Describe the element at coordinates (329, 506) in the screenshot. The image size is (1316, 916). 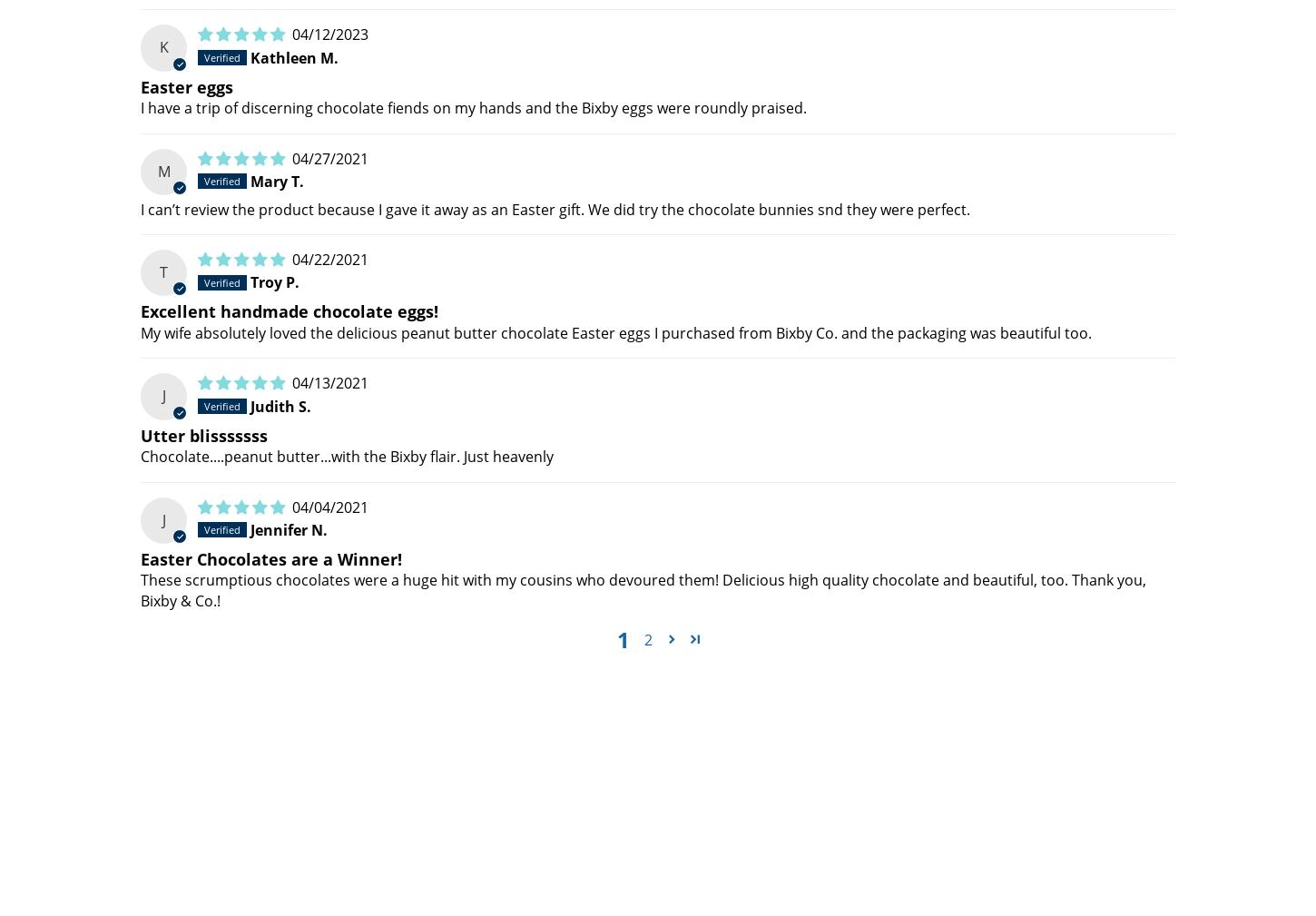
I see `'04/04/2021'` at that location.